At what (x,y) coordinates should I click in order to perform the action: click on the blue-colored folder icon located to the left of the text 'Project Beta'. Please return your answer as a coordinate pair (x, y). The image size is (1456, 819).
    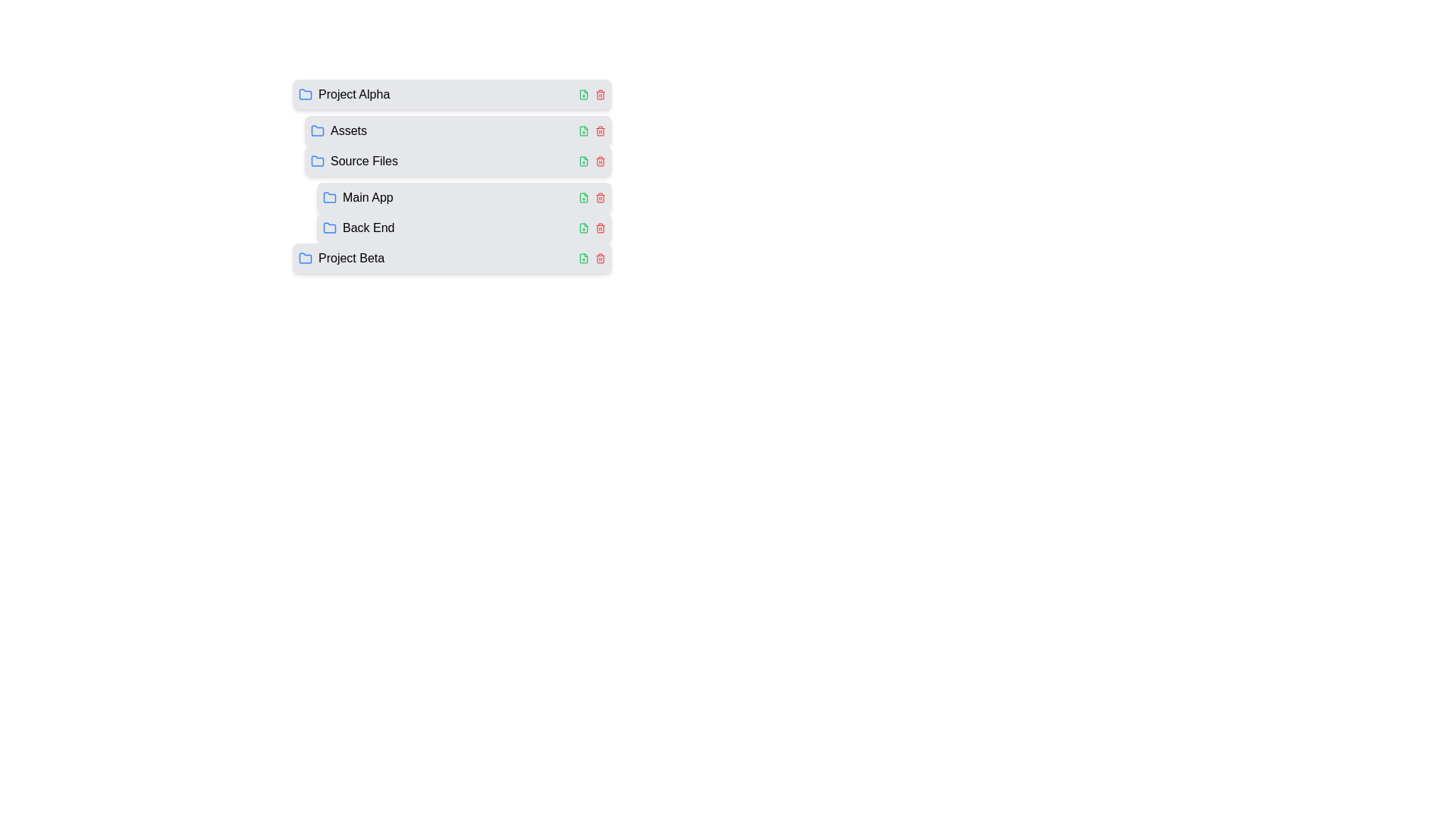
    Looking at the image, I should click on (305, 257).